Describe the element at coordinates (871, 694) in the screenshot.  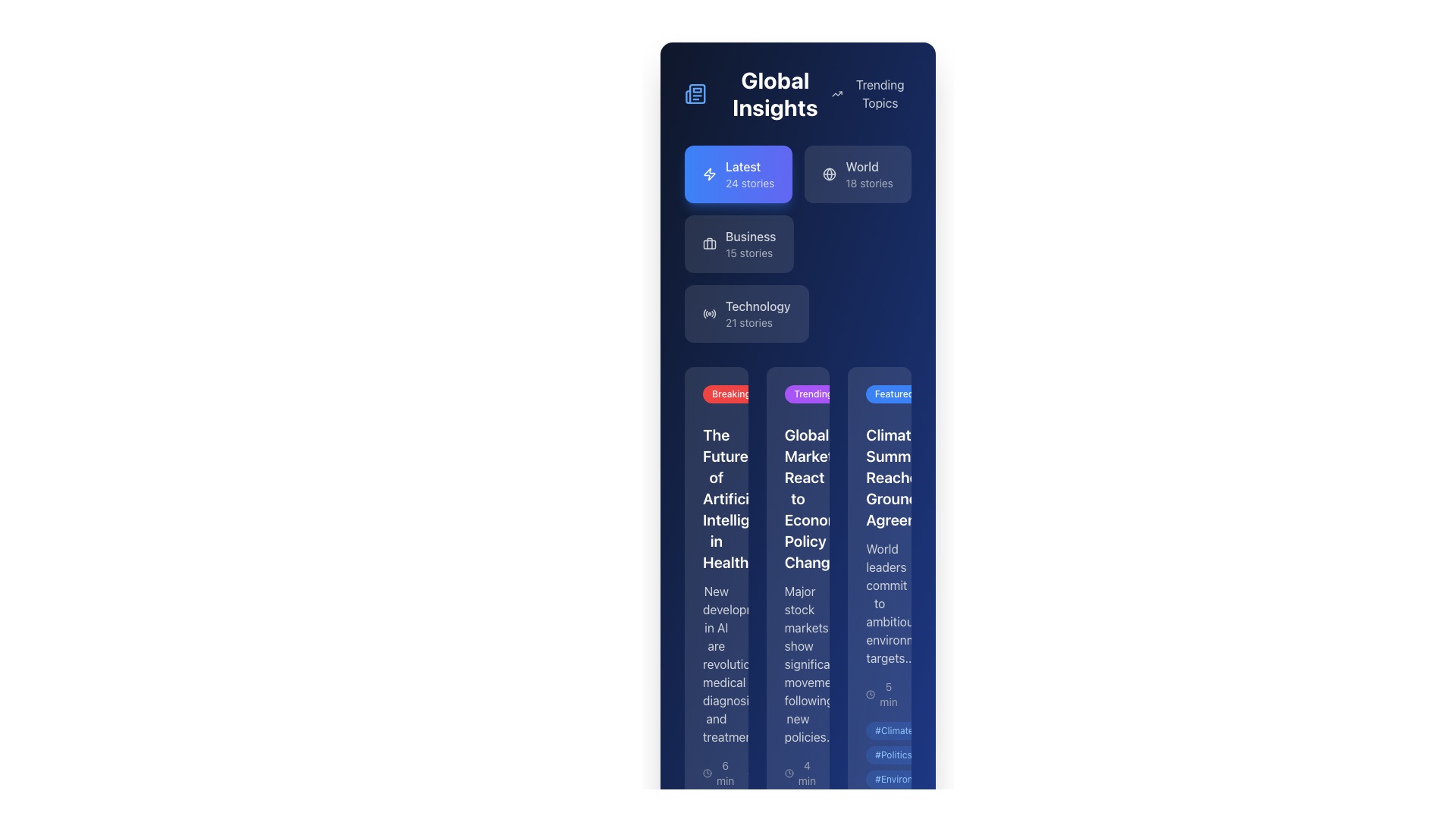
I see `the first SVG Circle Element, which is part of a round icon in the 'Featured' category, positioned at the bottom center of the third content column` at that location.